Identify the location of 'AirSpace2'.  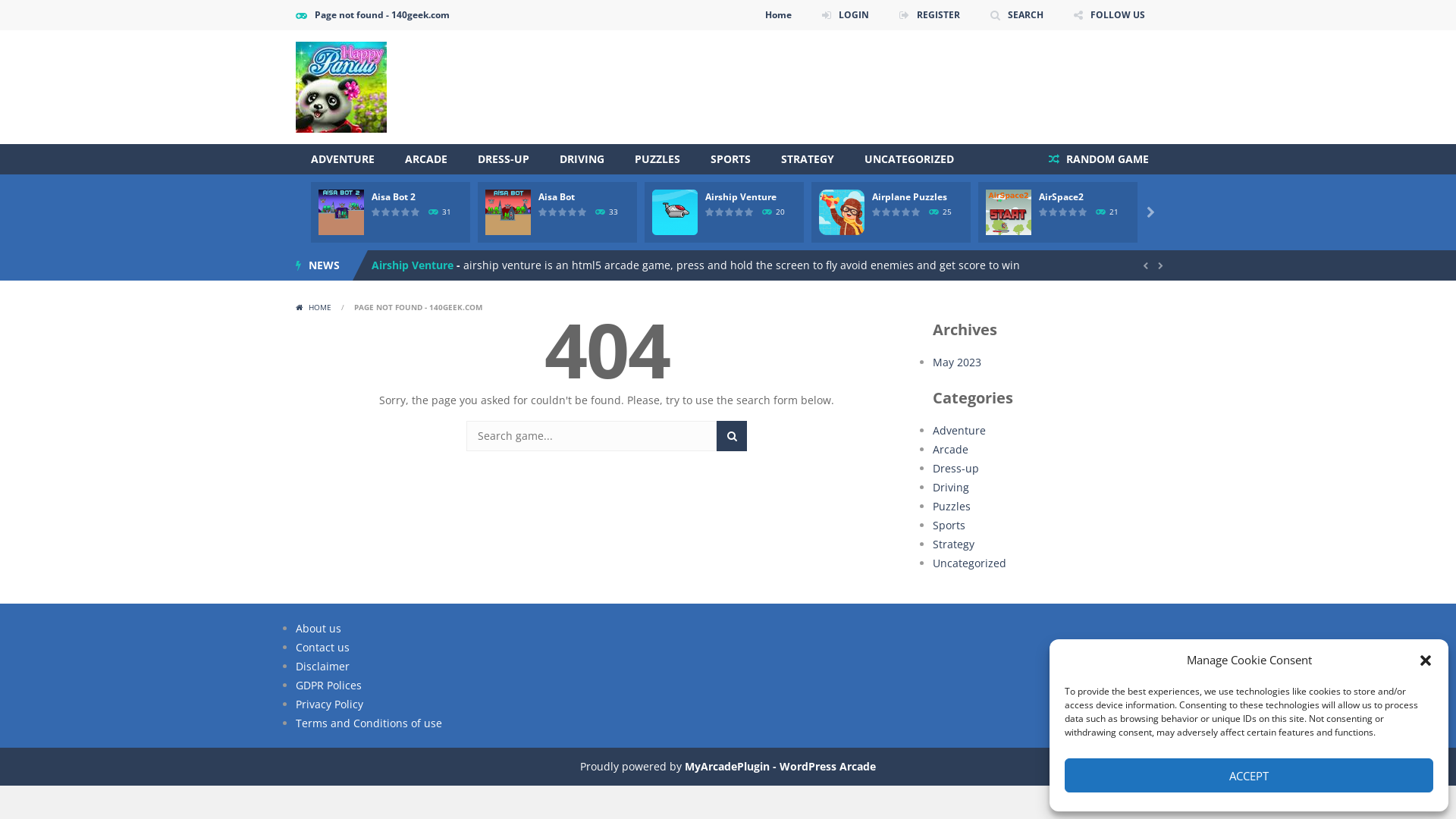
(1060, 196).